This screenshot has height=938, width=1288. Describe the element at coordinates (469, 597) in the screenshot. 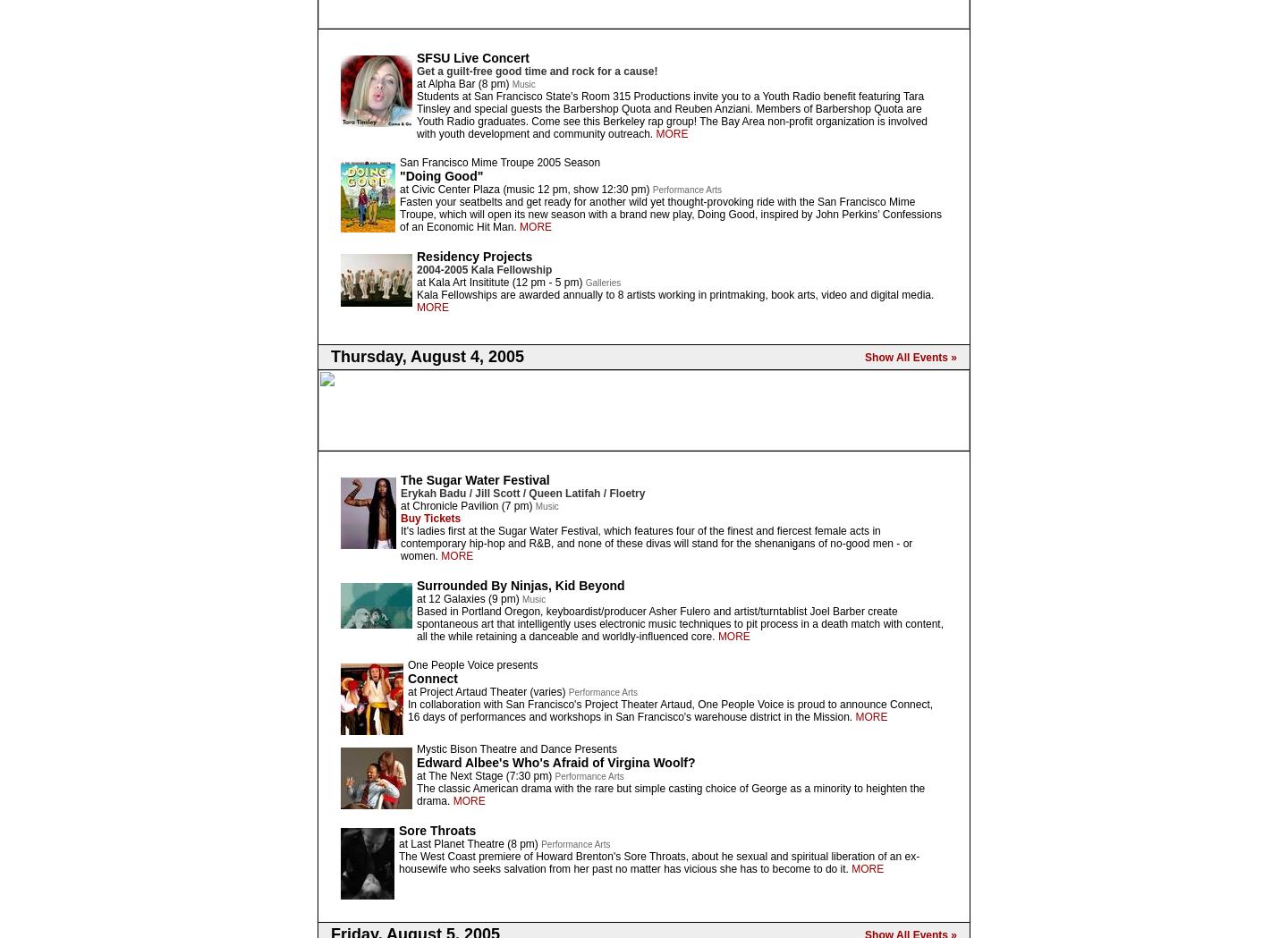

I see `'at 12 Galaxies (9 pm)'` at that location.